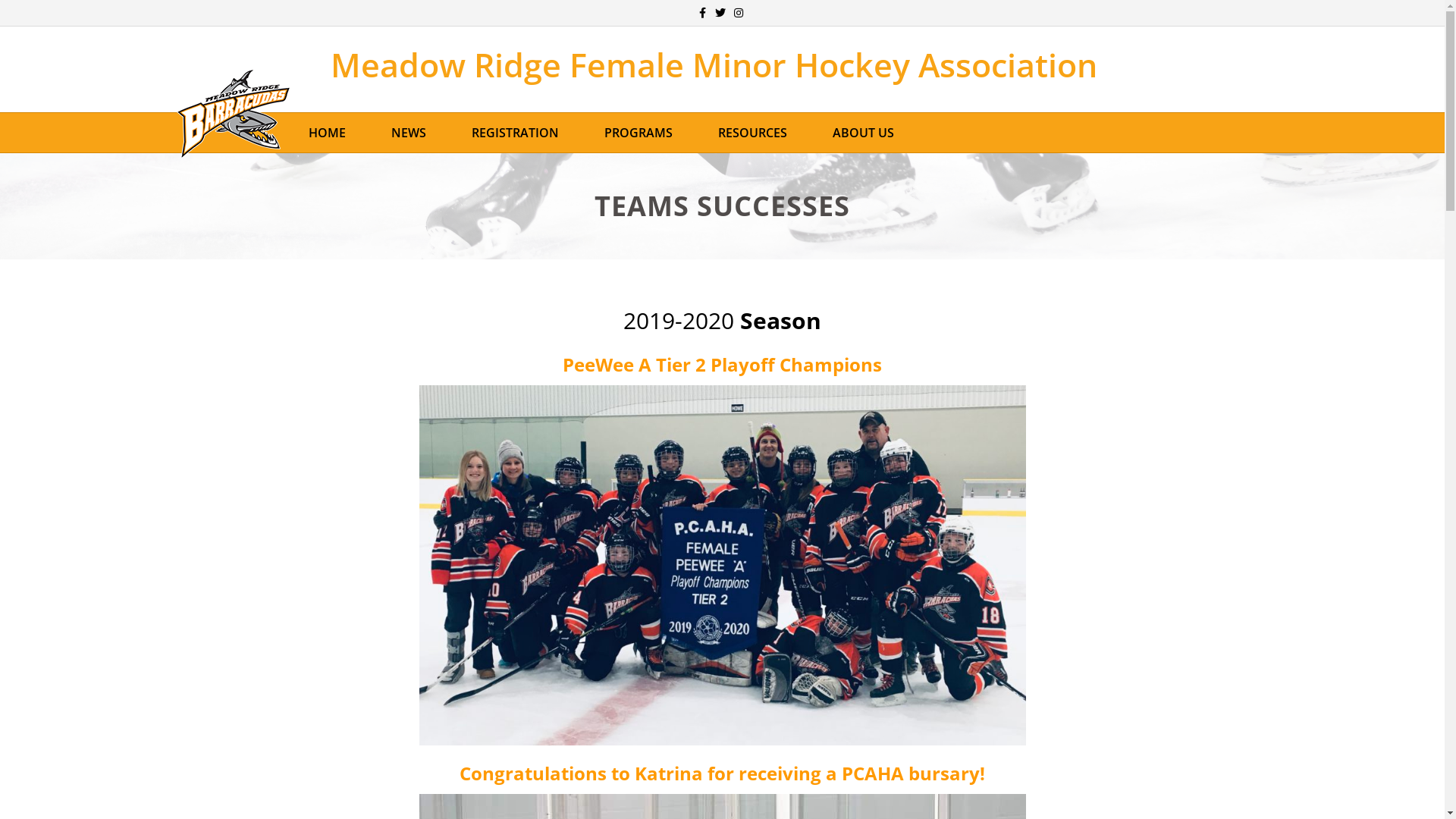 Image resolution: width=1456 pixels, height=819 pixels. Describe the element at coordinates (720, 11) in the screenshot. I see `'Twitter'` at that location.